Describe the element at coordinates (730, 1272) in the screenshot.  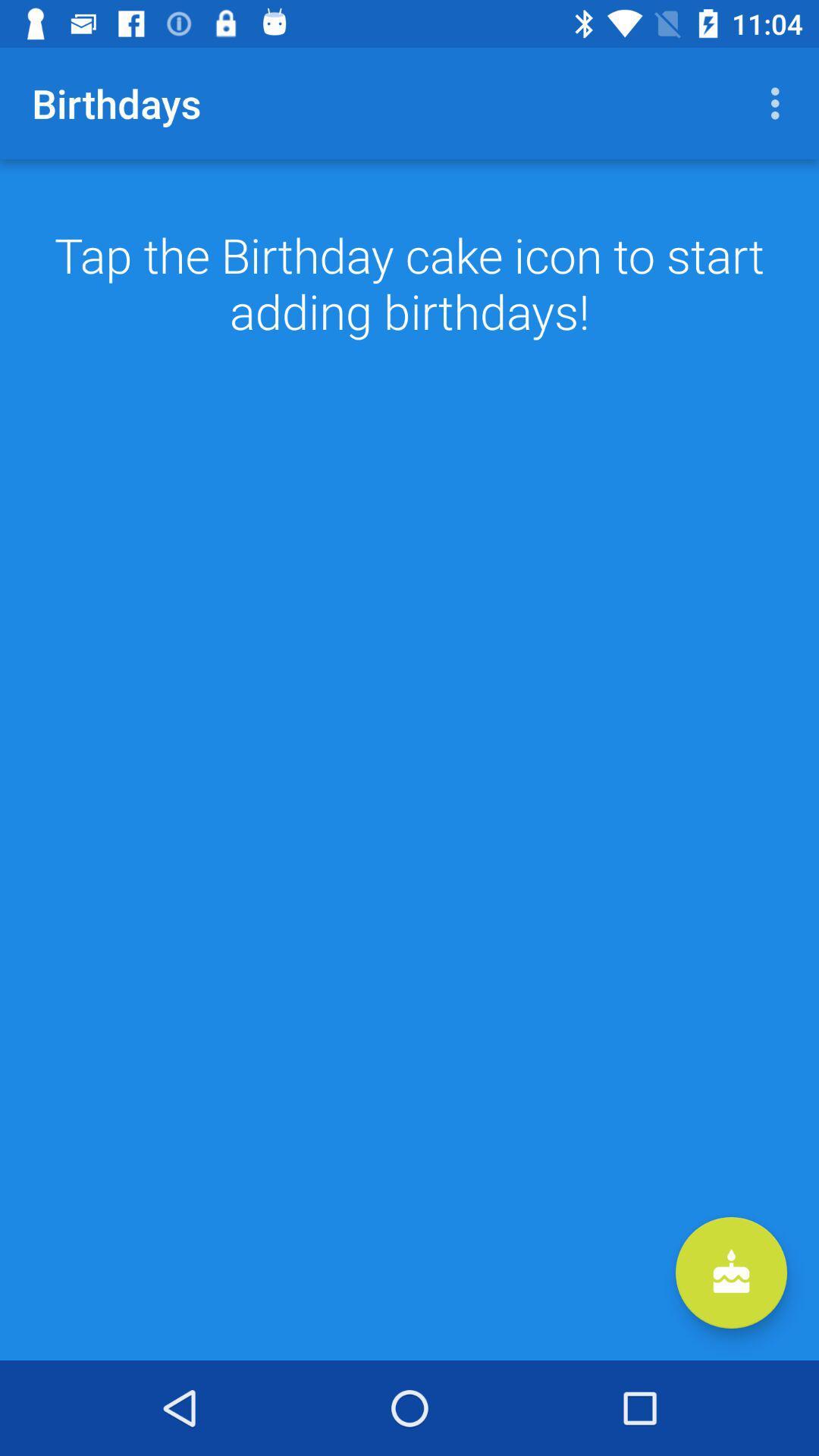
I see `icon below the tap the birthday icon` at that location.